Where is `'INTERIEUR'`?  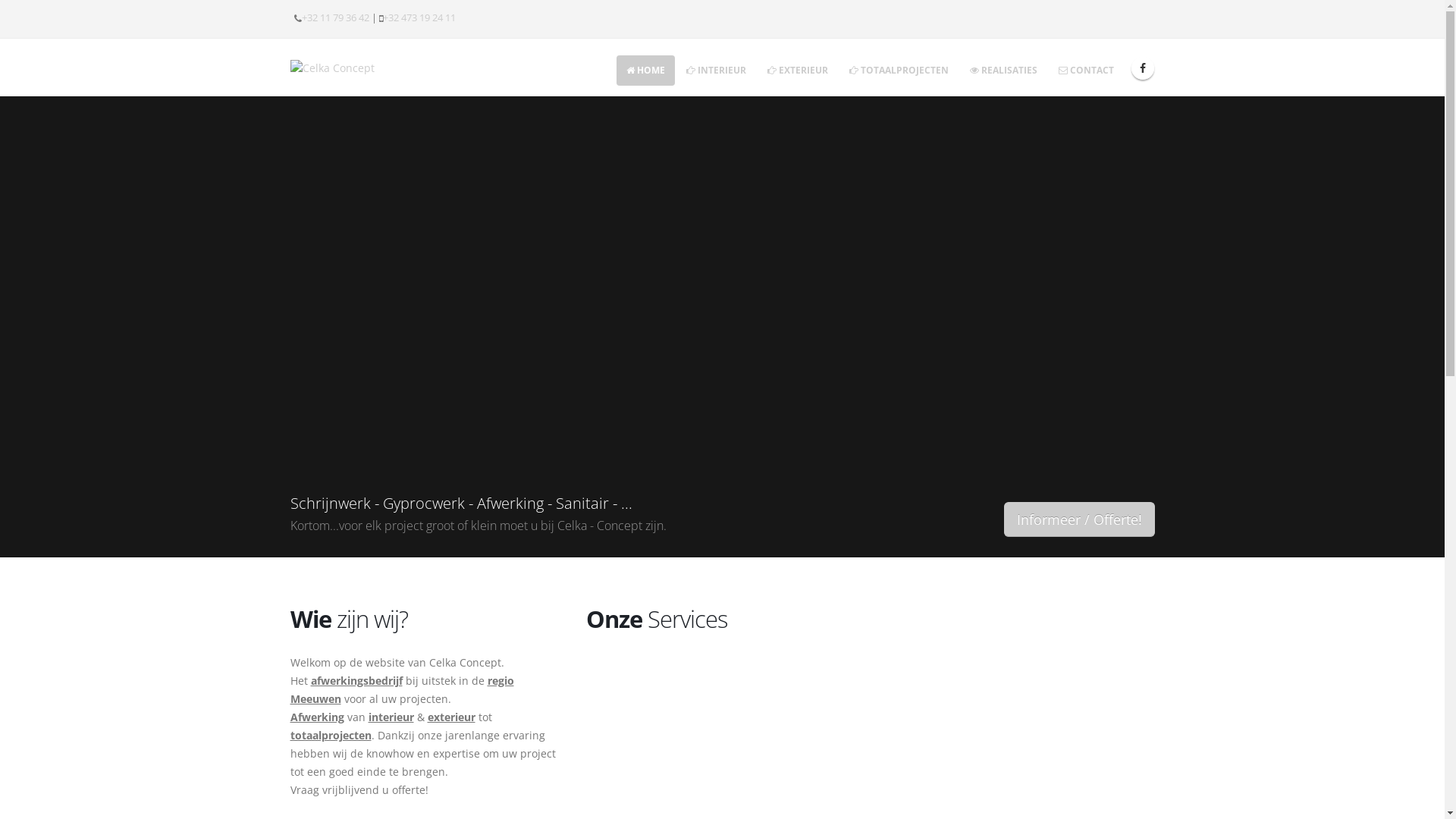 'INTERIEUR' is located at coordinates (715, 70).